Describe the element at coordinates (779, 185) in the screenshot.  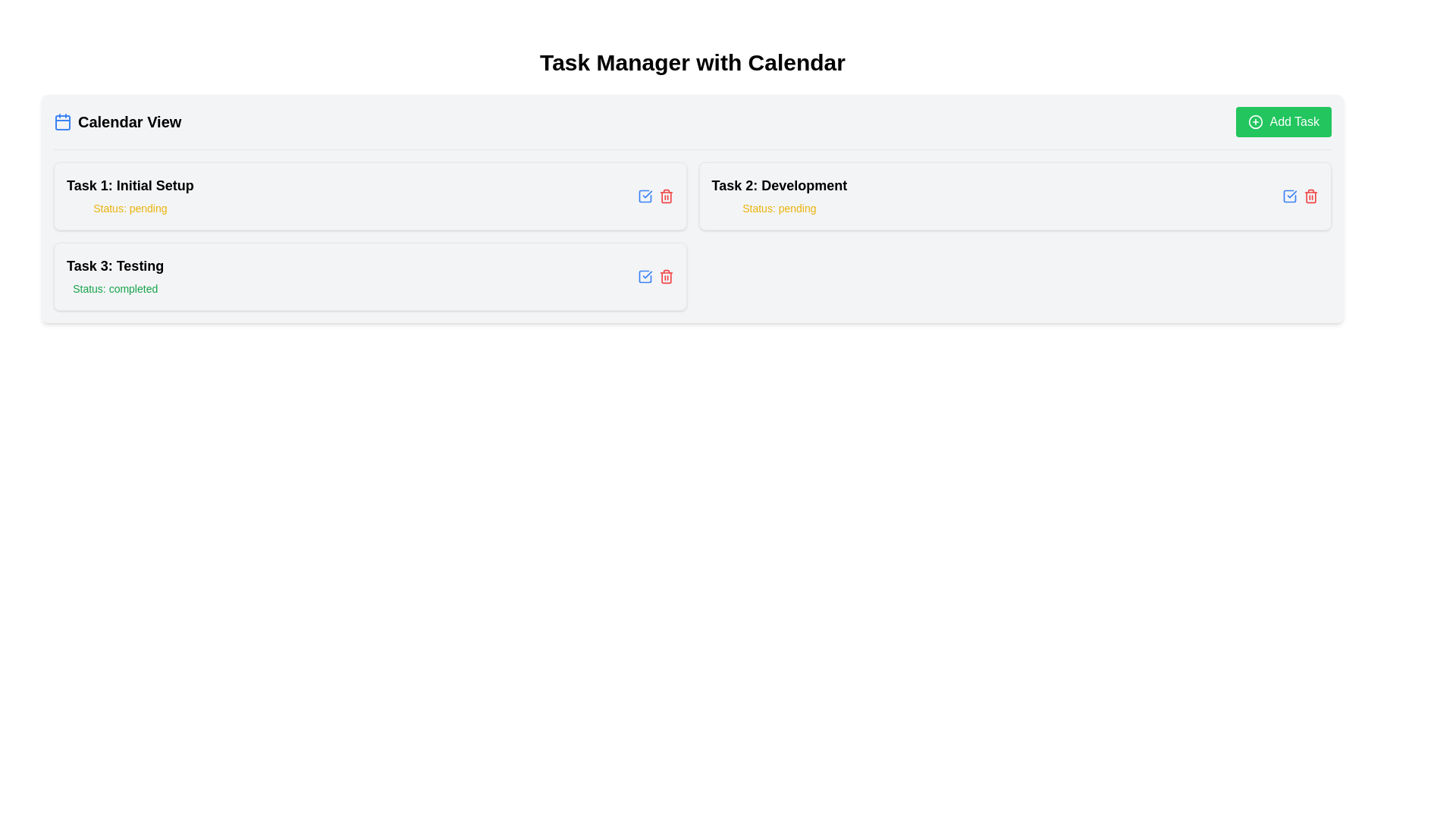
I see `the static text label that serves as the title for 'Task 2: Development', which is positioned in the upper-right section of the user interface` at that location.